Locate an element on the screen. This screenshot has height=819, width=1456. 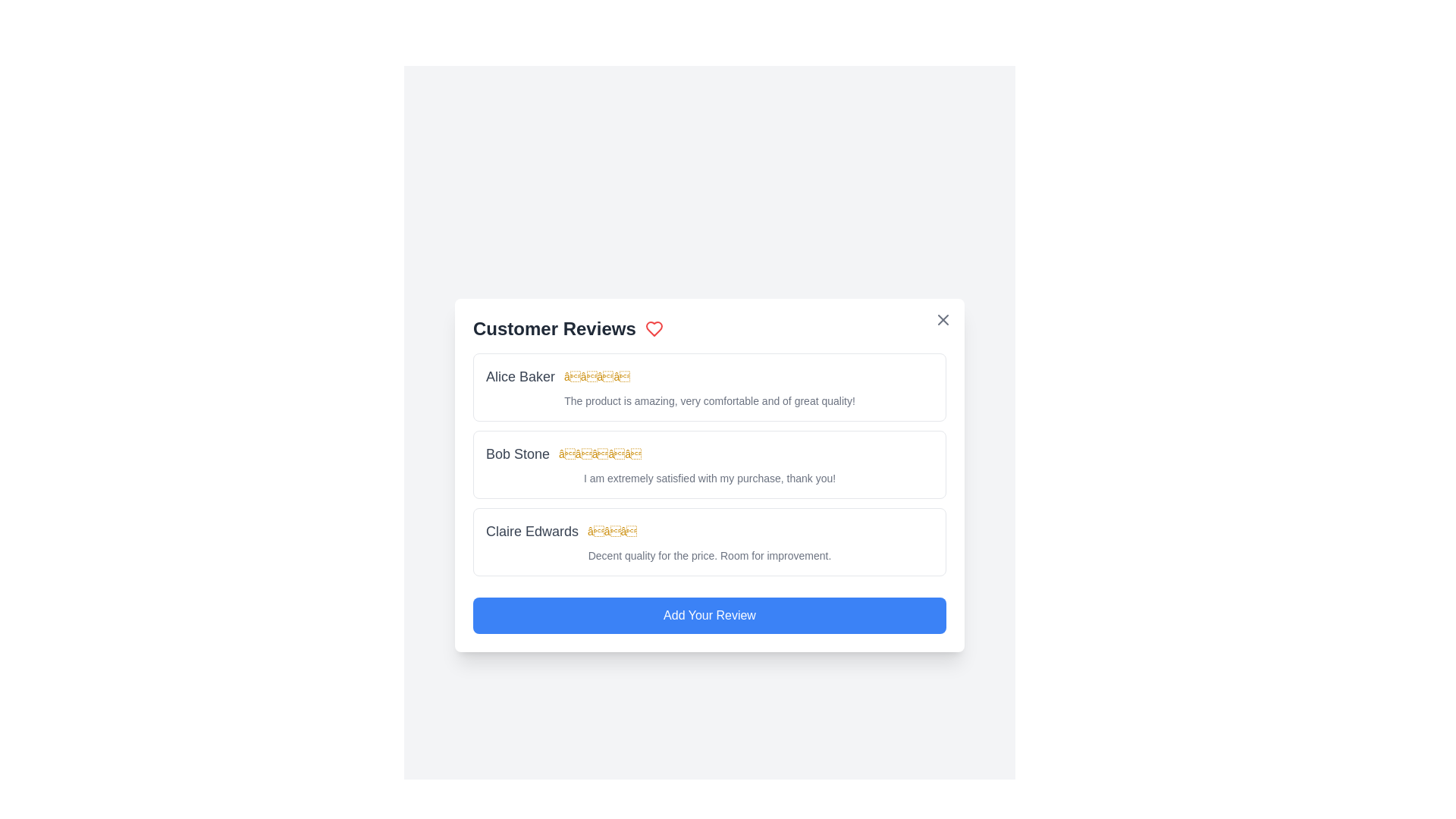
'Add Your Review' button to open the review submission form is located at coordinates (709, 616).